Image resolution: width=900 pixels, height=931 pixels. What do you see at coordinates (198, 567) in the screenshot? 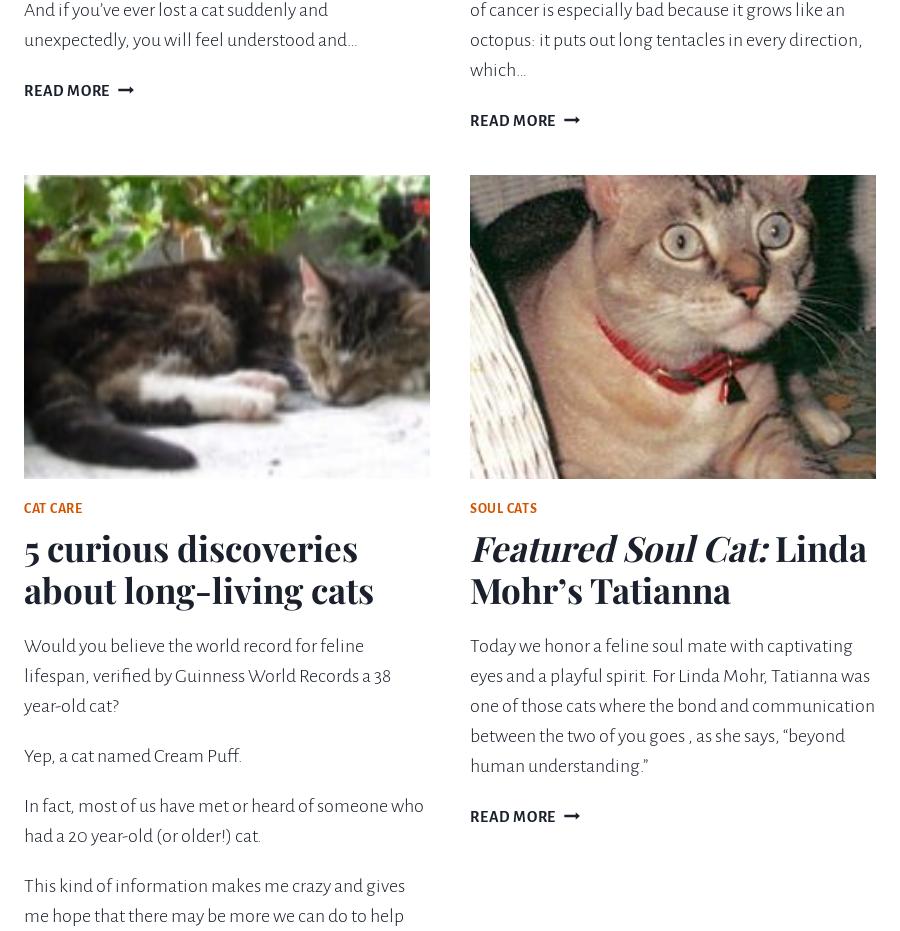
I see `'5 curious discoveries about long-living cats'` at bounding box center [198, 567].